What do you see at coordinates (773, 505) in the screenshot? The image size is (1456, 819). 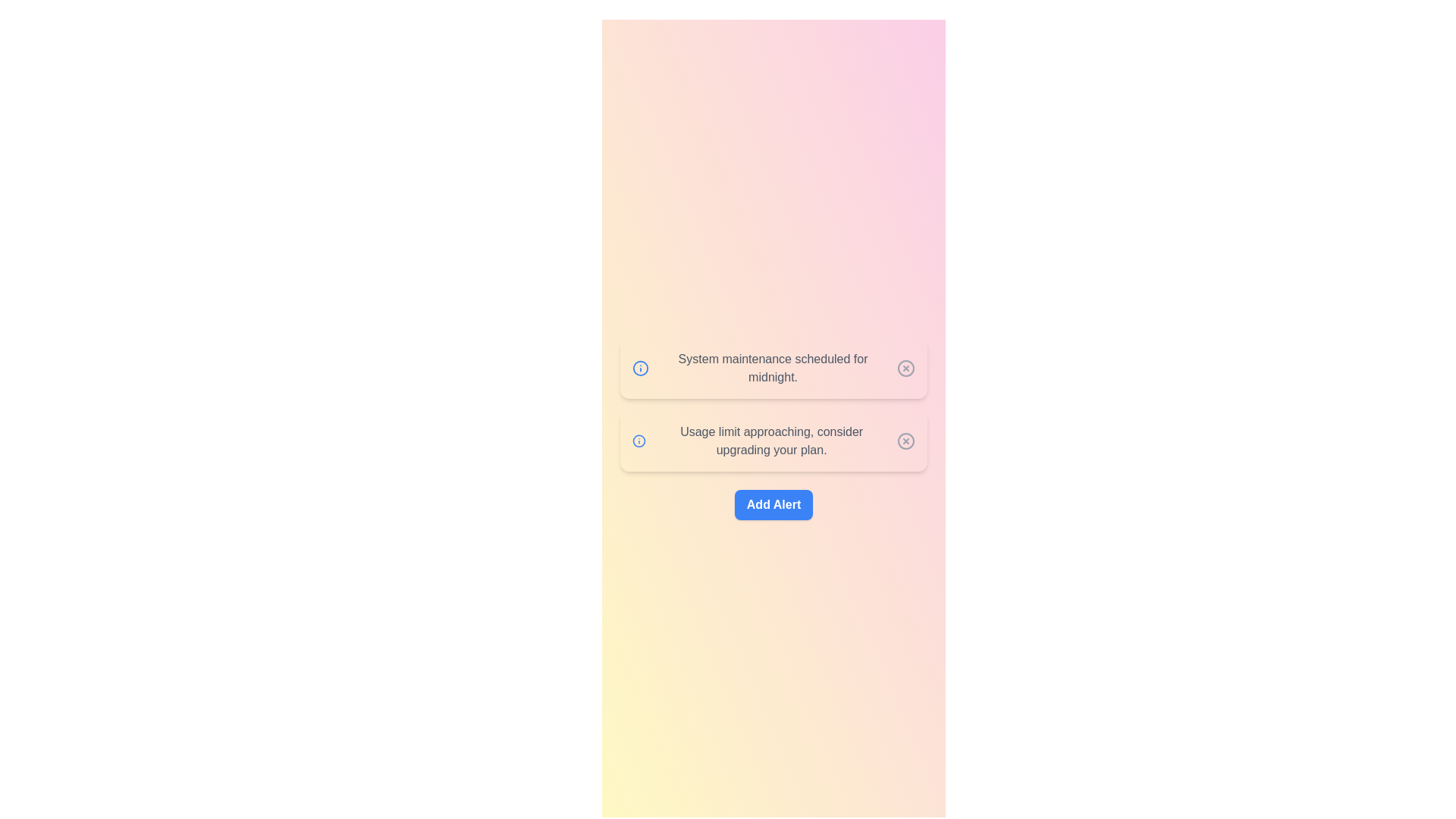 I see `the 'Add Alert' button` at bounding box center [773, 505].